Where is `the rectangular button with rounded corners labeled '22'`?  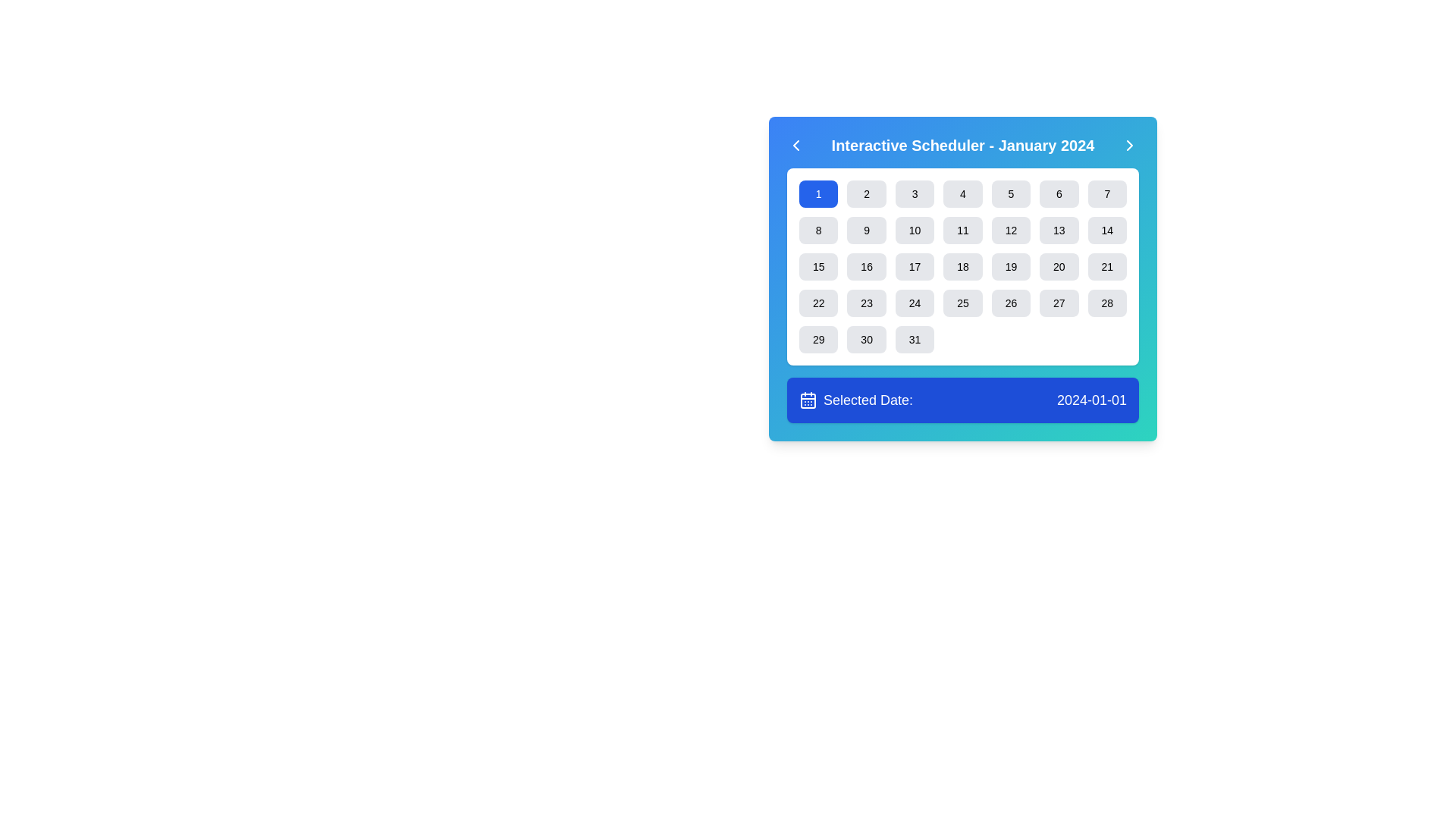 the rectangular button with rounded corners labeled '22' is located at coordinates (817, 303).